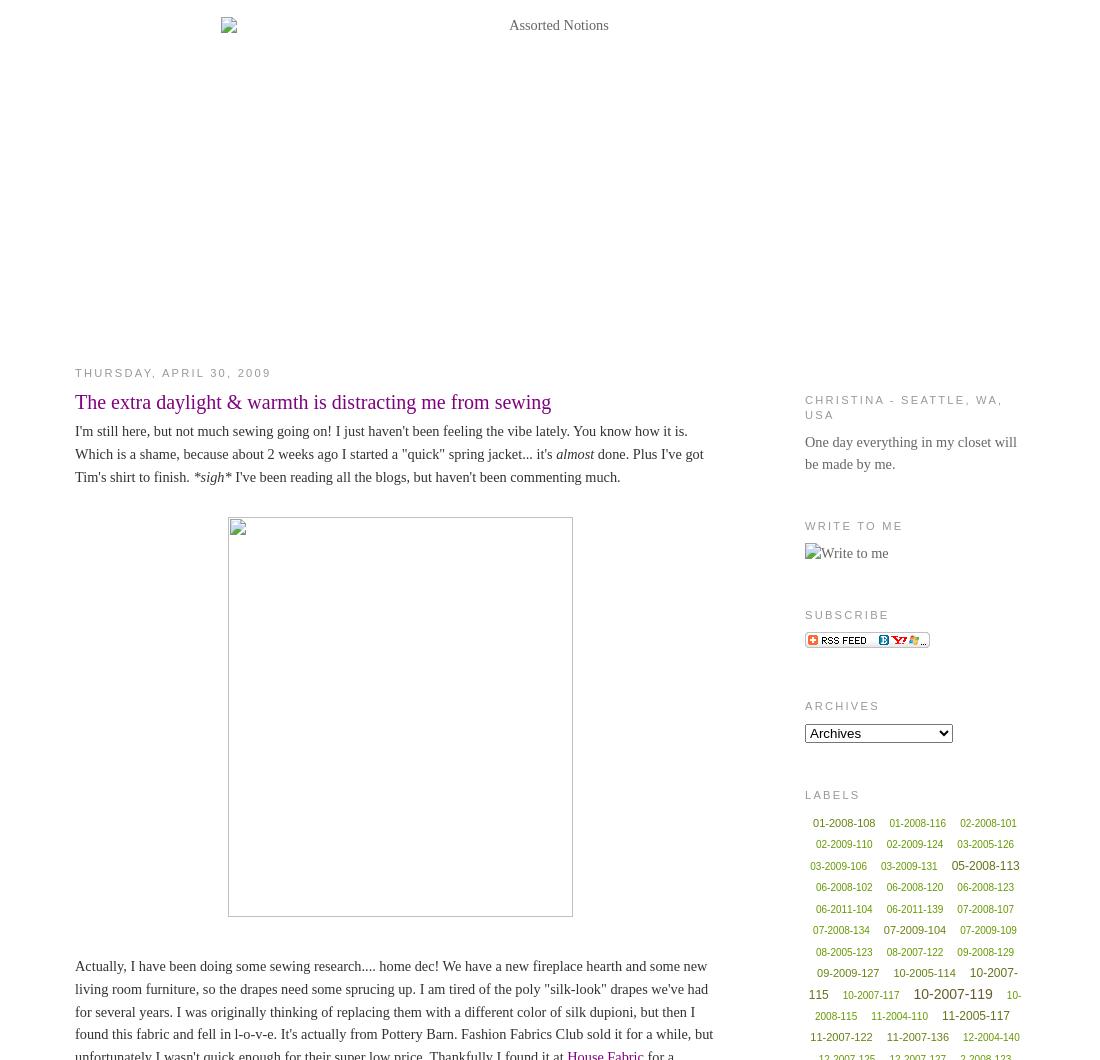 The width and height of the screenshot is (1100, 1060). Describe the element at coordinates (903, 406) in the screenshot. I see `'Christina - Seattle, WA, USA'` at that location.